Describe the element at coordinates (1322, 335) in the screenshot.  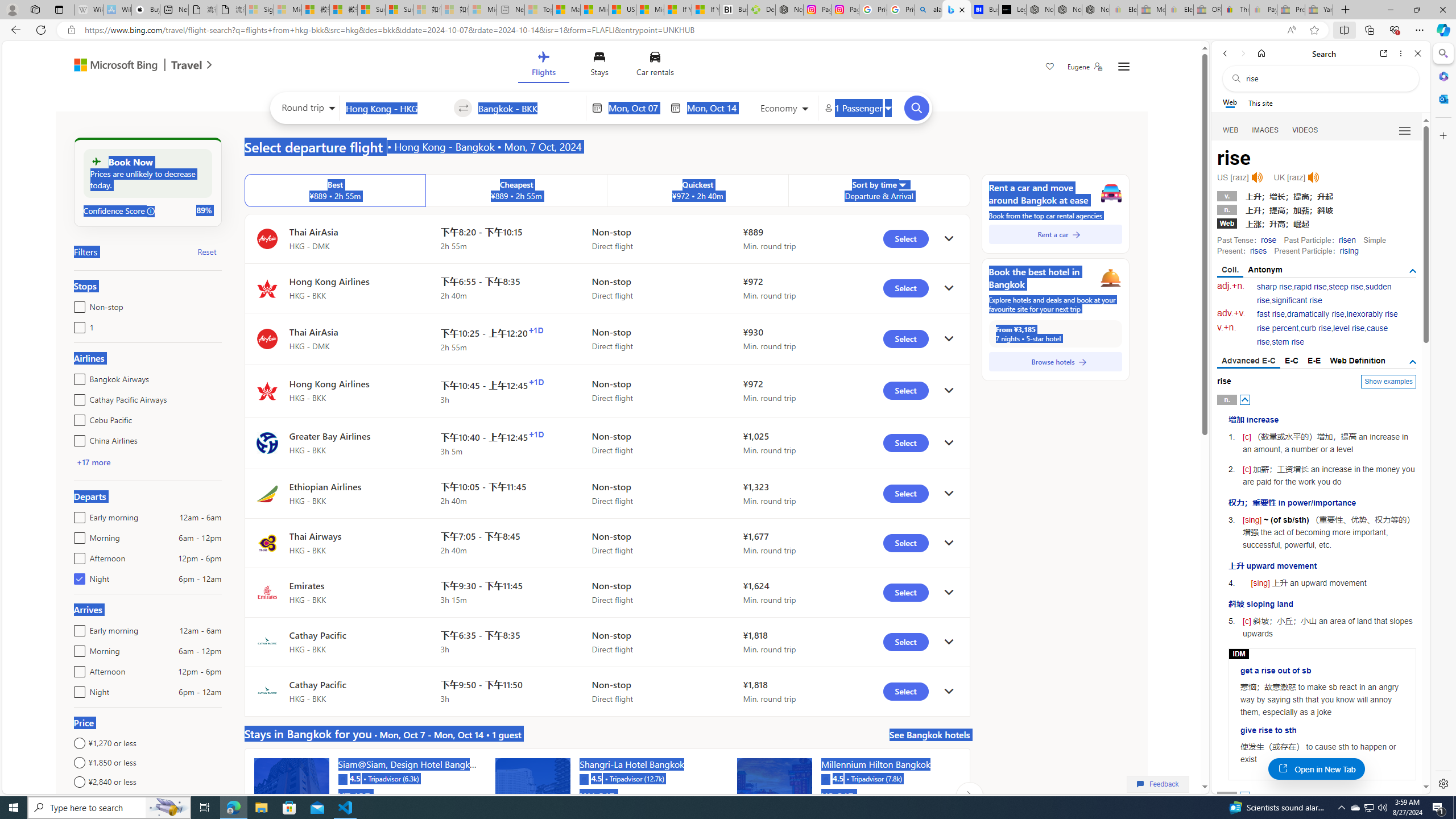
I see `'cause rise'` at that location.